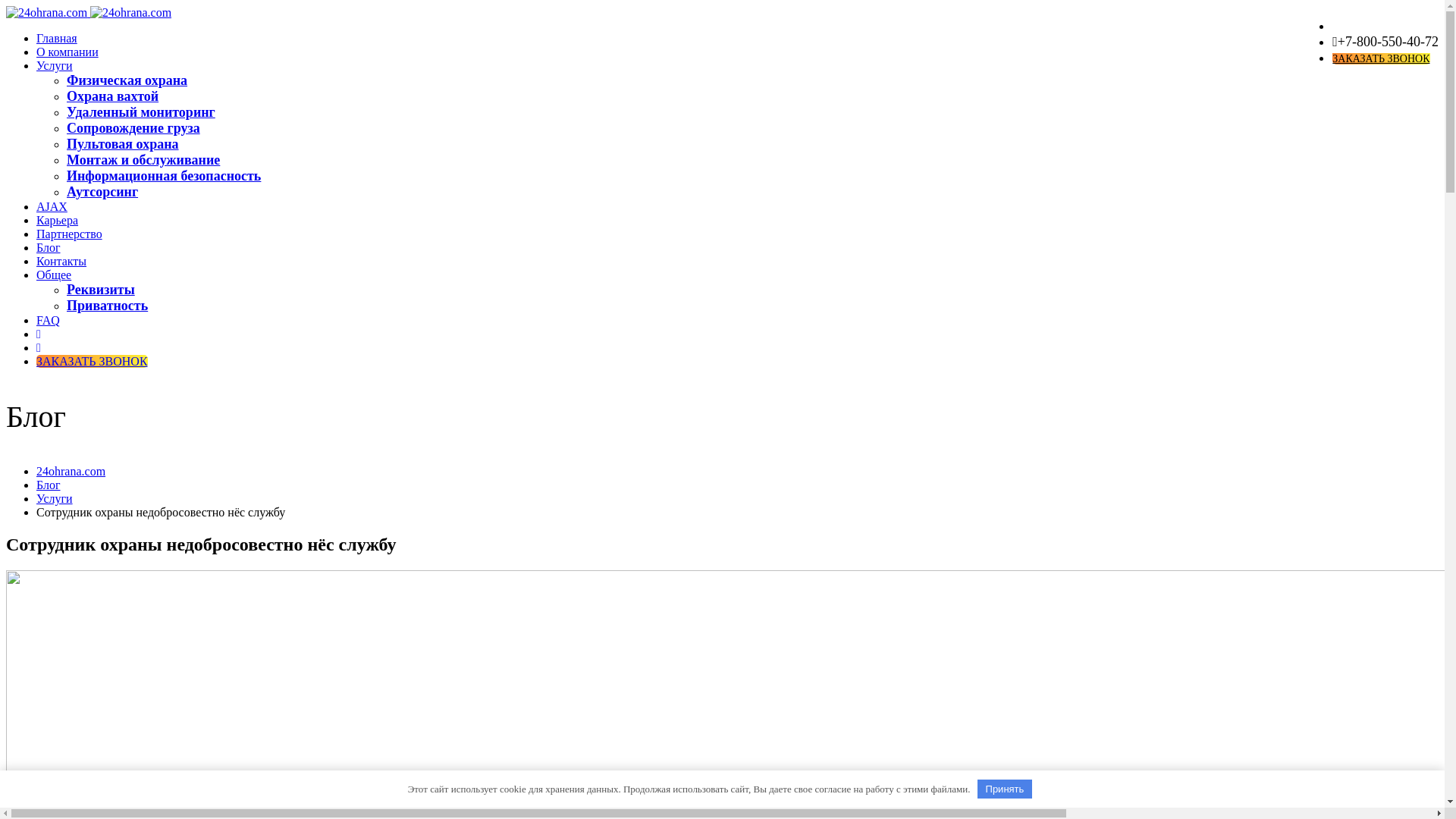 The image size is (1456, 819). I want to click on 'WhatsApp', so click(36, 347).